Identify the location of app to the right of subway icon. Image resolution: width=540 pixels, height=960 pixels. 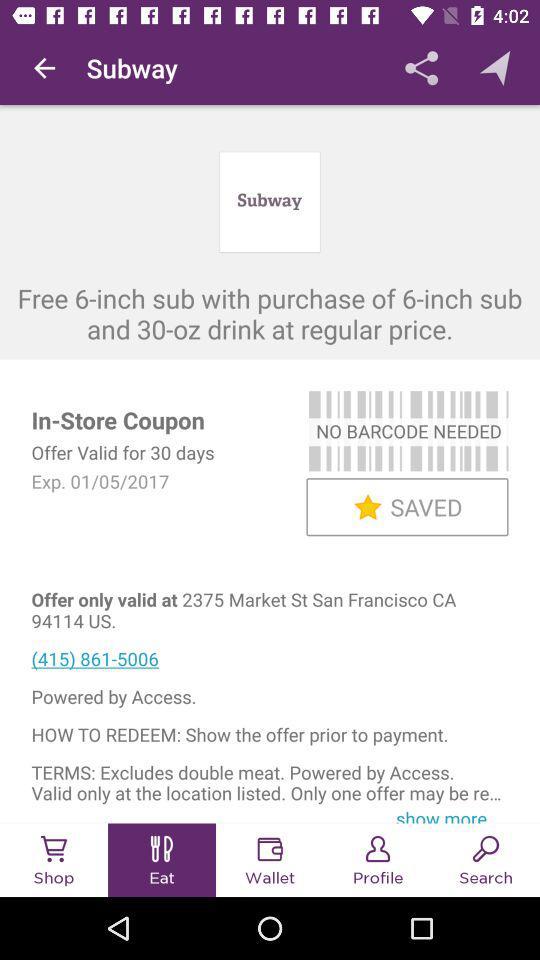
(420, 68).